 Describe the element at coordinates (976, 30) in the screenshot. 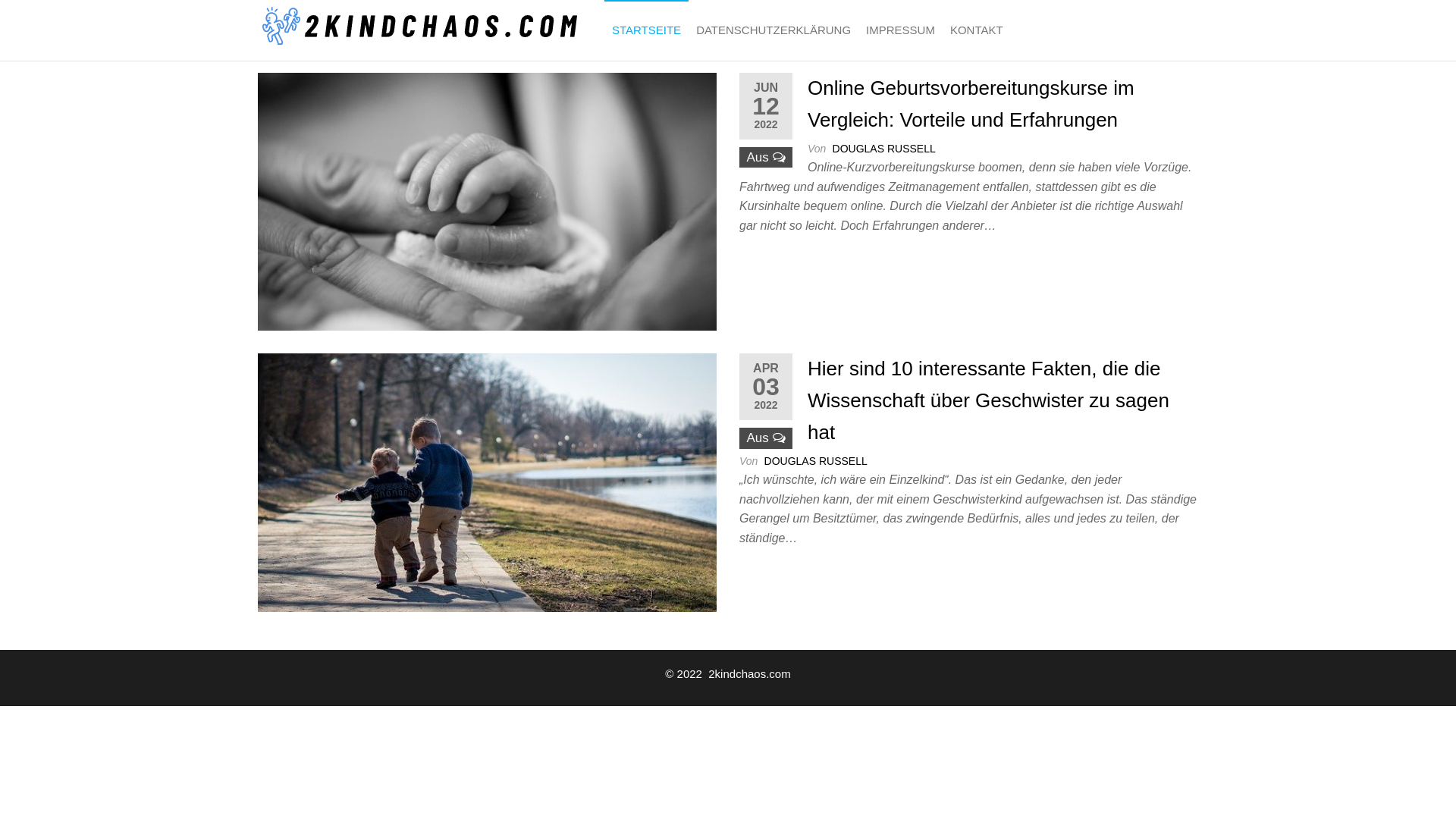

I see `'KONTAKT'` at that location.